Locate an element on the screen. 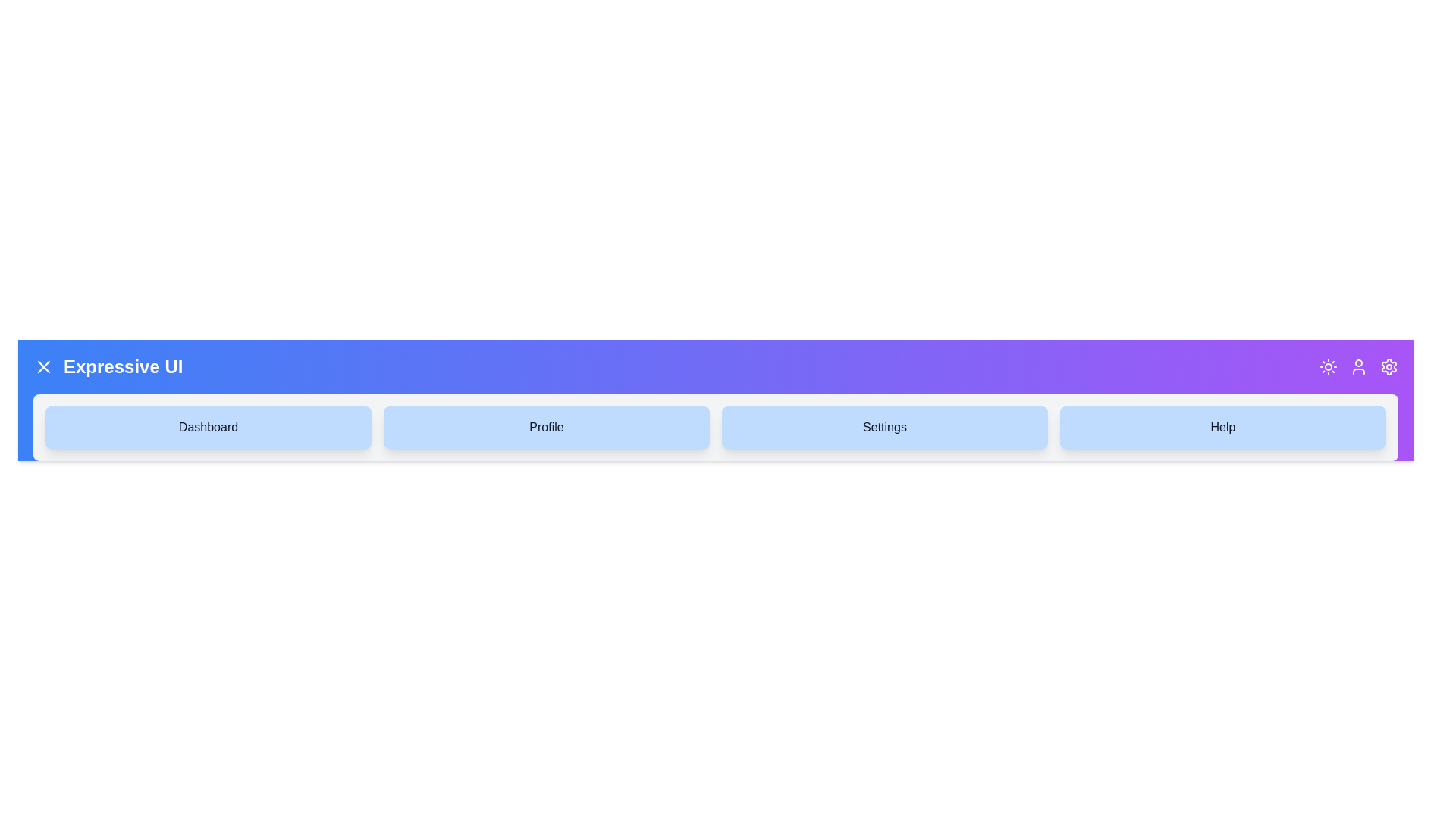 This screenshot has width=1456, height=819. the menu button to toggle the menu is located at coordinates (43, 366).